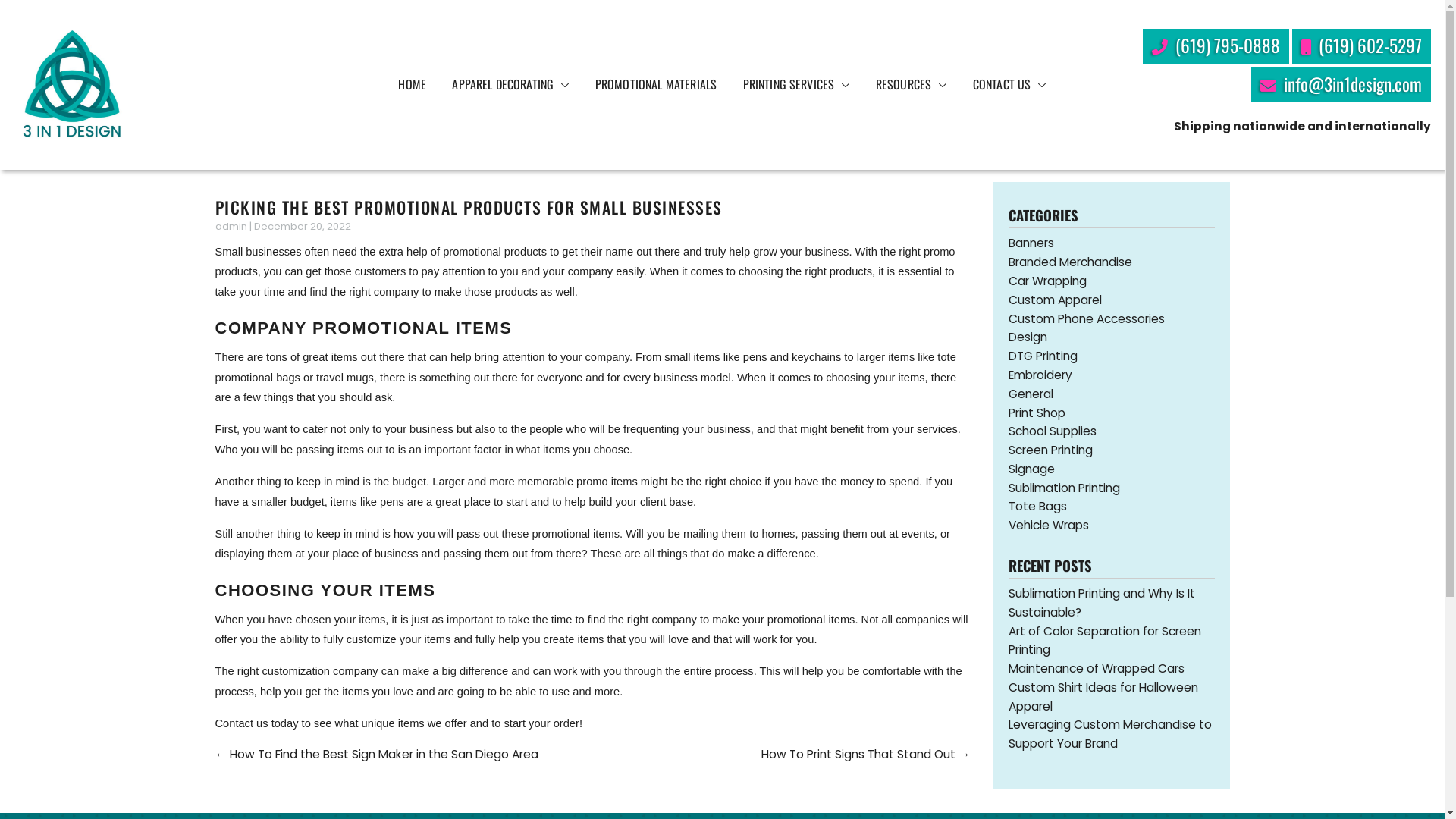  I want to click on 'admin', so click(231, 226).